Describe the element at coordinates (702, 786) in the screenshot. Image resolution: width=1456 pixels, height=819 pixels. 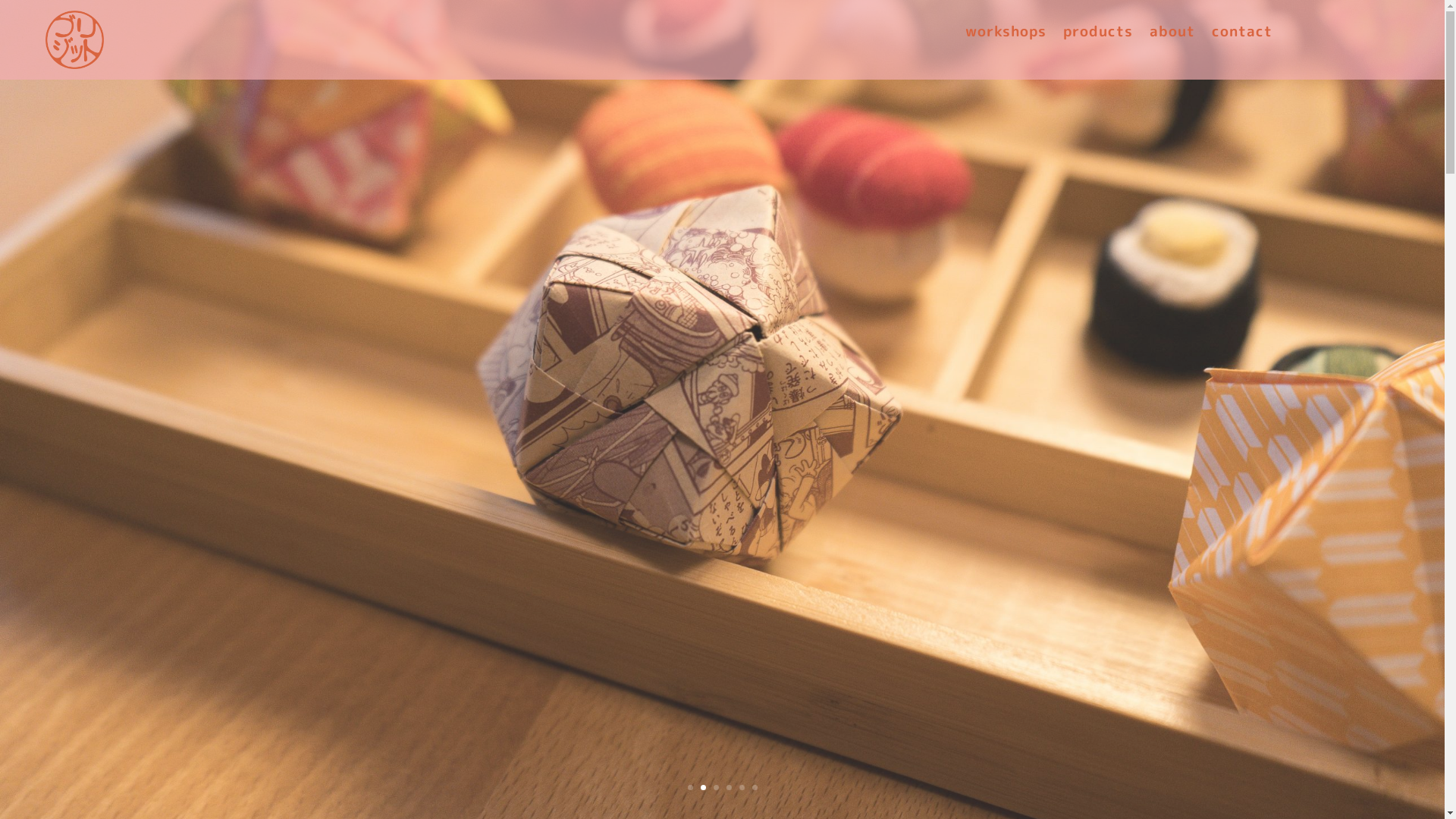
I see `'2'` at that location.